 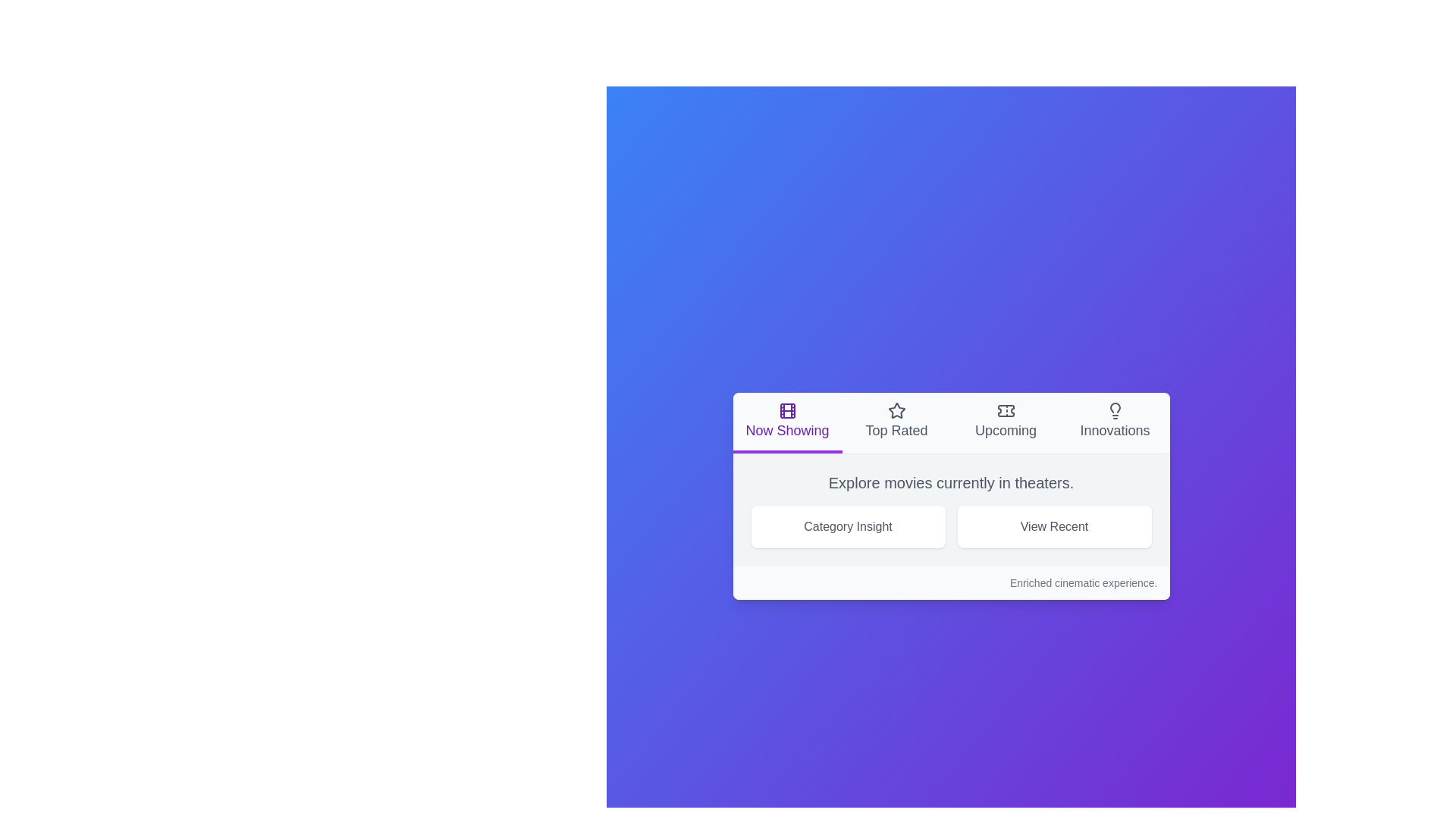 What do you see at coordinates (787, 410) in the screenshot?
I see `the first rectangular icon with rounded corners in the horizontal menu bar at the top of the card interface` at bounding box center [787, 410].